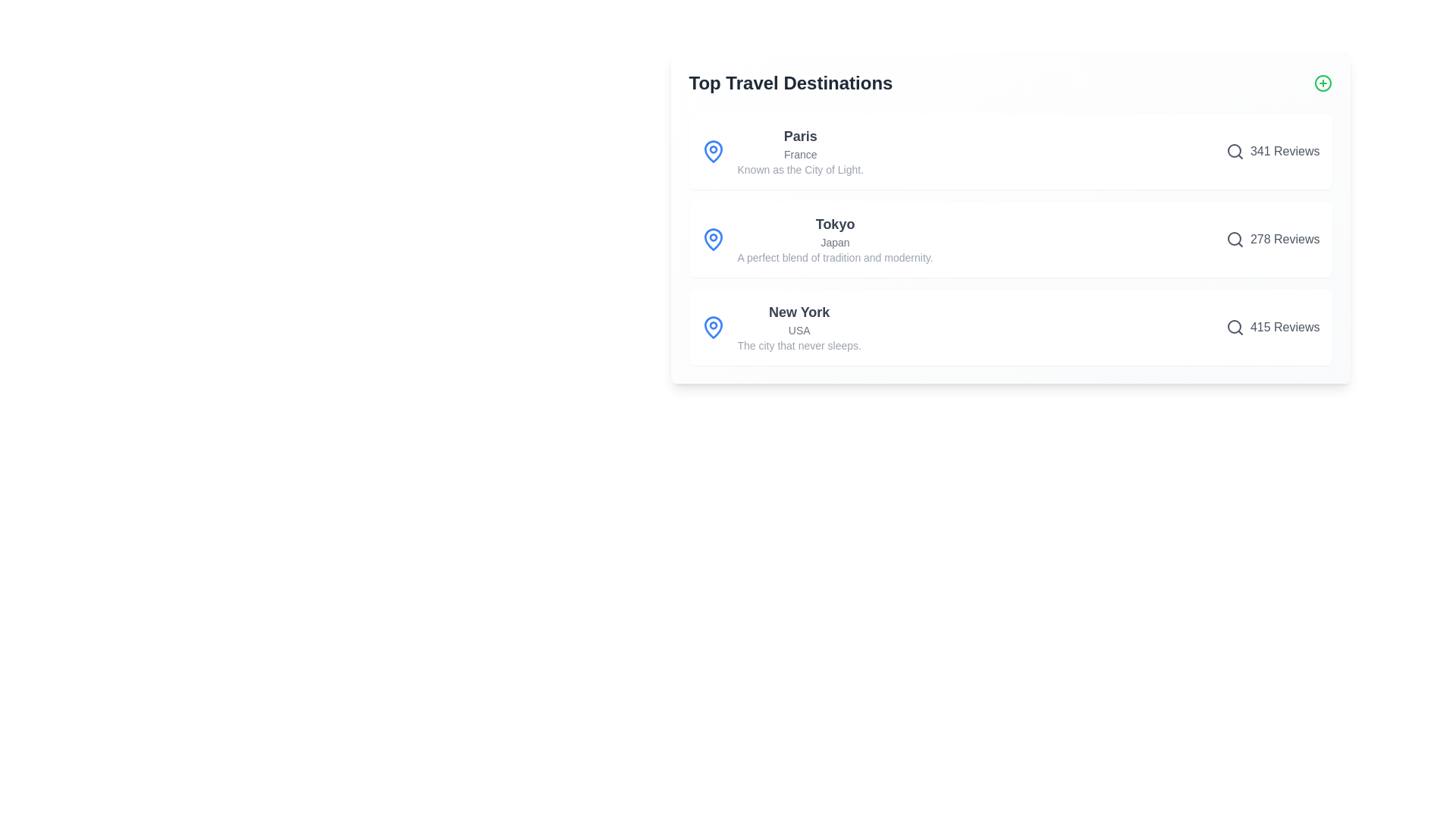  Describe the element at coordinates (1235, 327) in the screenshot. I see `search icon for the destination New York` at that location.